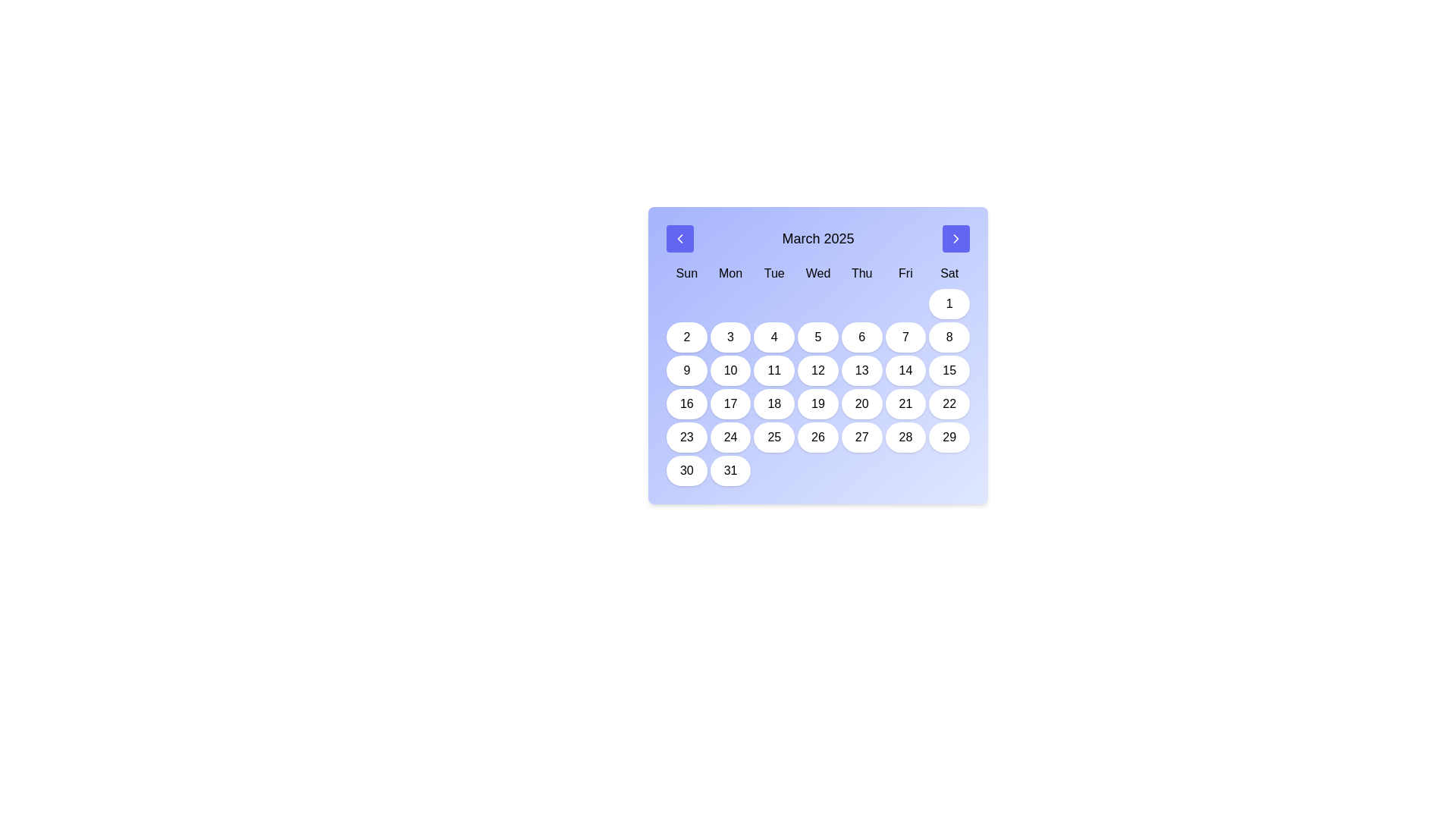  What do you see at coordinates (774, 438) in the screenshot?
I see `the date button for the 25th day of the month located in the sixth row and third column of the calendar layout` at bounding box center [774, 438].